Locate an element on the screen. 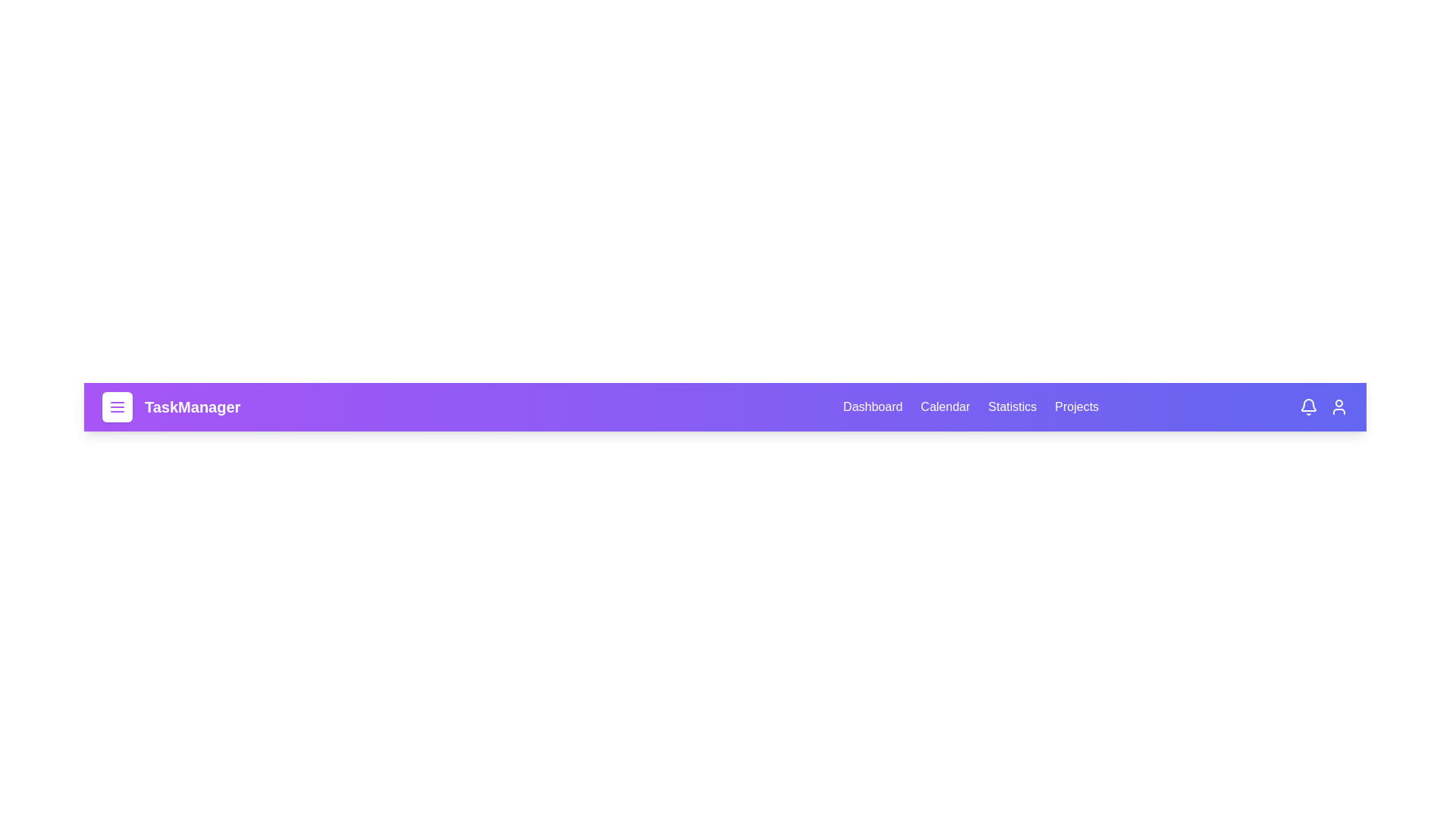 This screenshot has width=1456, height=819. the Projects tab to navigate to the respective section is located at coordinates (1076, 406).